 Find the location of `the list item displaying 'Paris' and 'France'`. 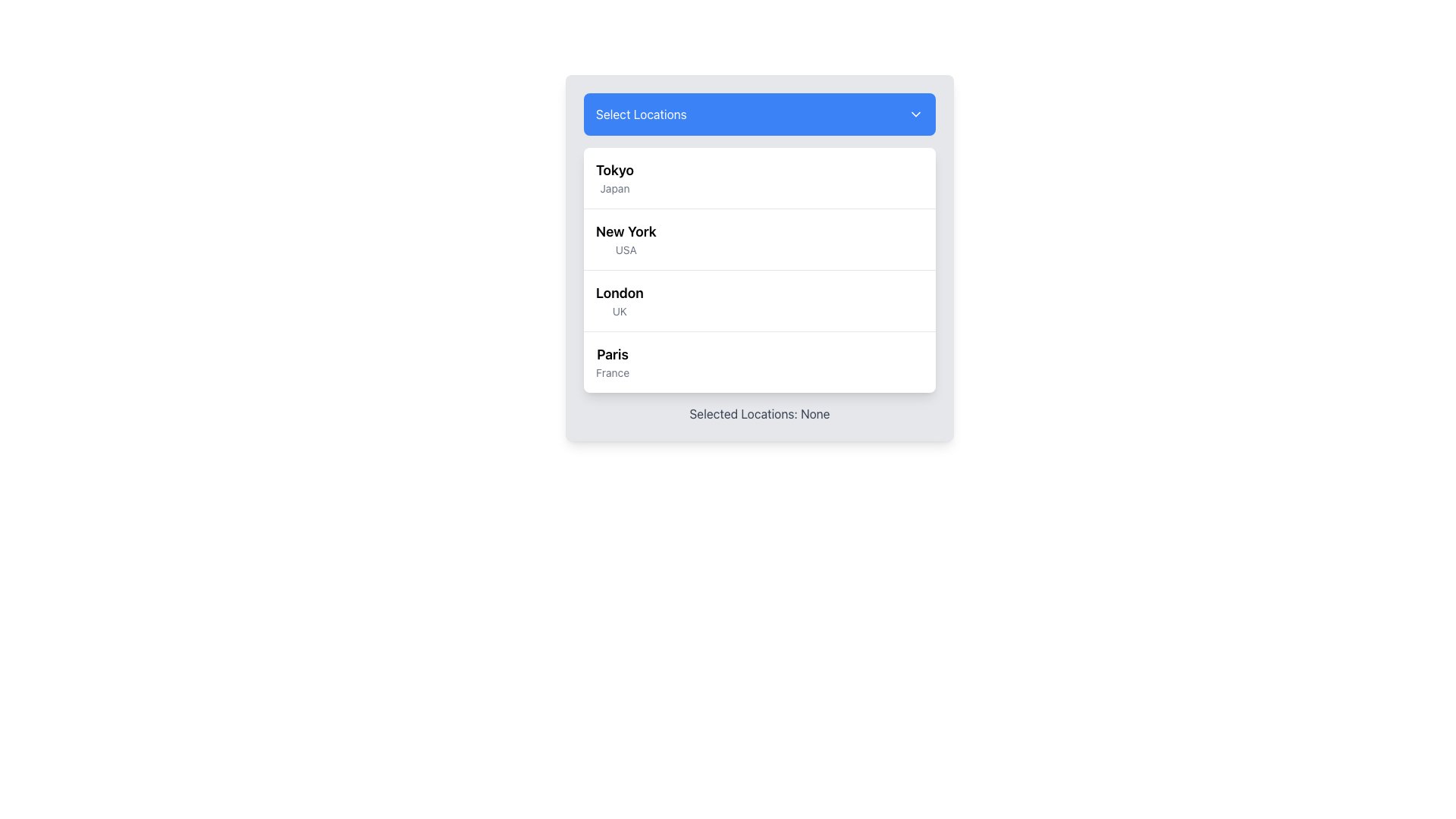

the list item displaying 'Paris' and 'France' is located at coordinates (613, 362).